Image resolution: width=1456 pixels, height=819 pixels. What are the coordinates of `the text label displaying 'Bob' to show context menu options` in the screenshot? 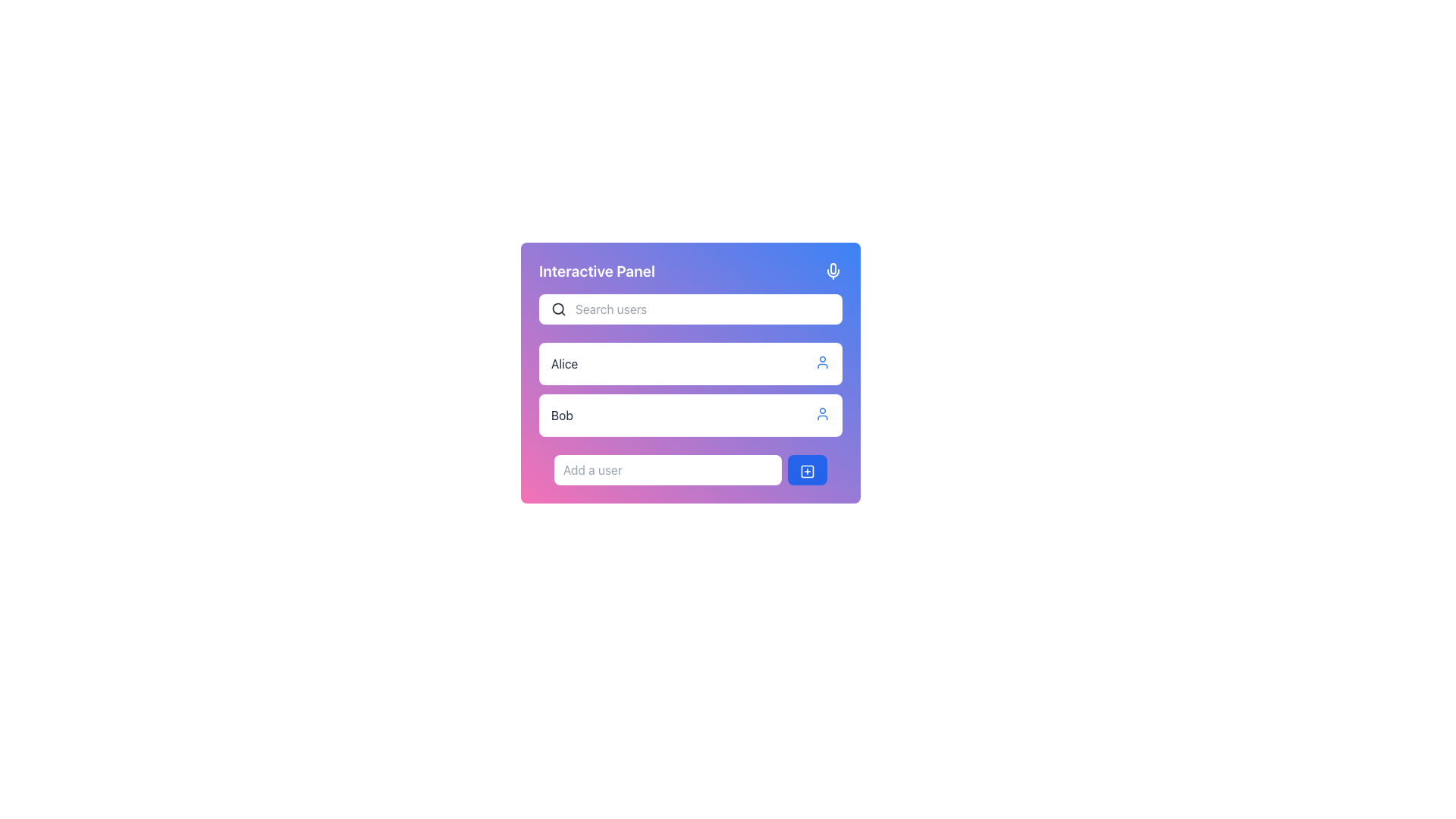 It's located at (561, 415).